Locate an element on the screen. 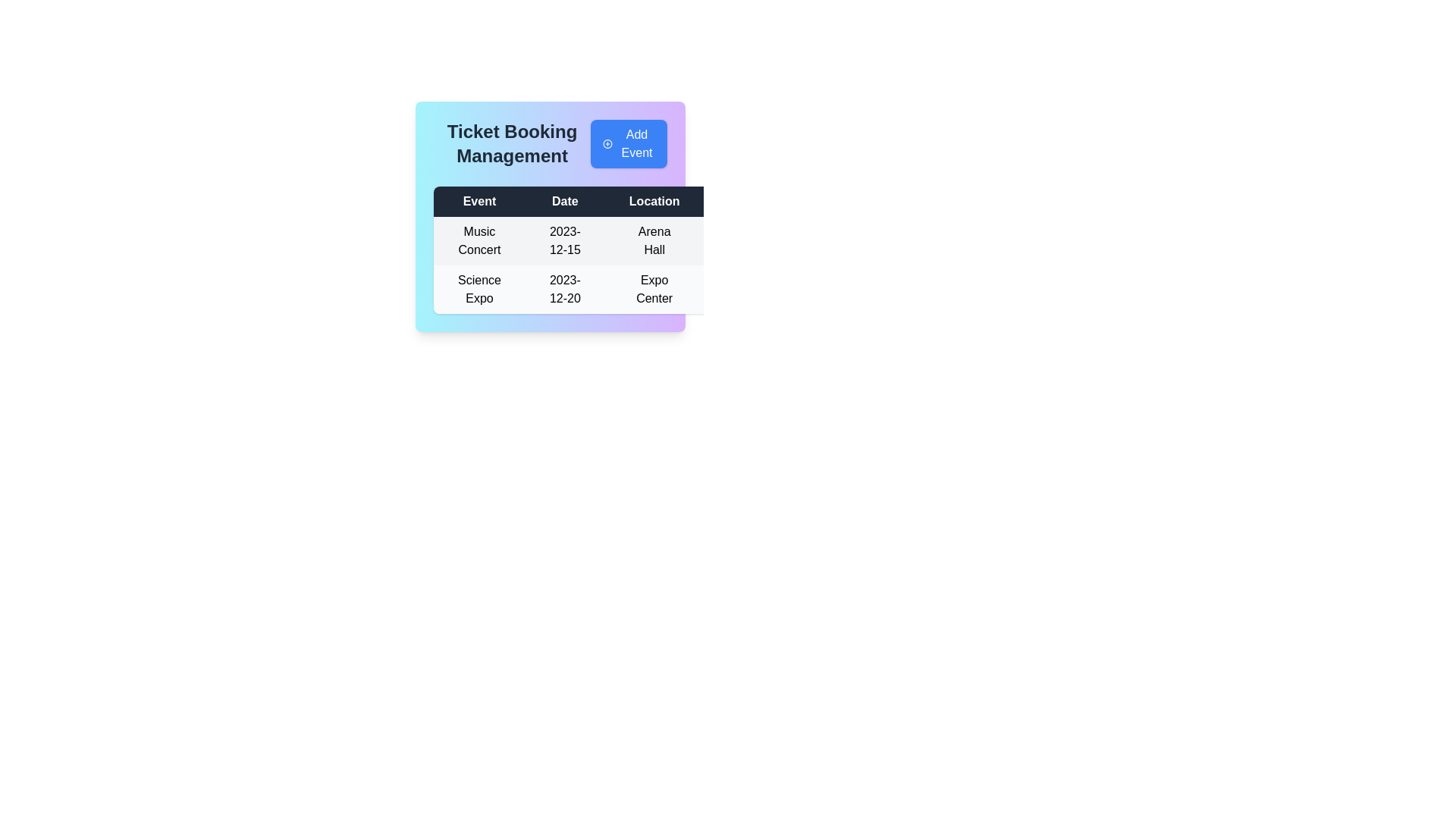 The width and height of the screenshot is (1456, 819). the 'Date' text label, which displays white text on a dark background and is located in the header row of a table, positioned between 'Event' and 'Location' is located at coordinates (564, 201).